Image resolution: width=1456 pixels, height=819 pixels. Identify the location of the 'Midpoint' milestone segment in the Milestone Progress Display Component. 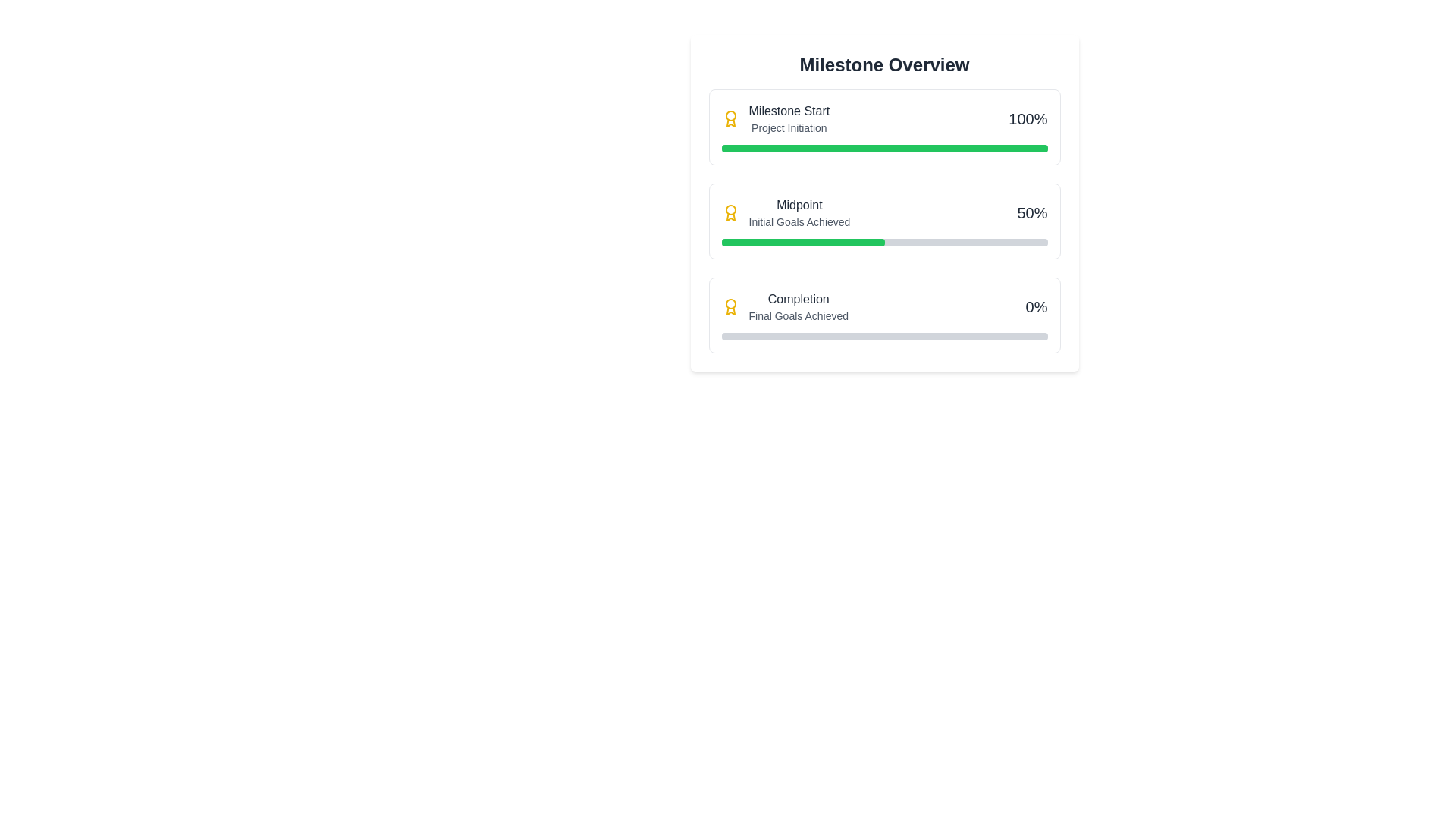
(884, 221).